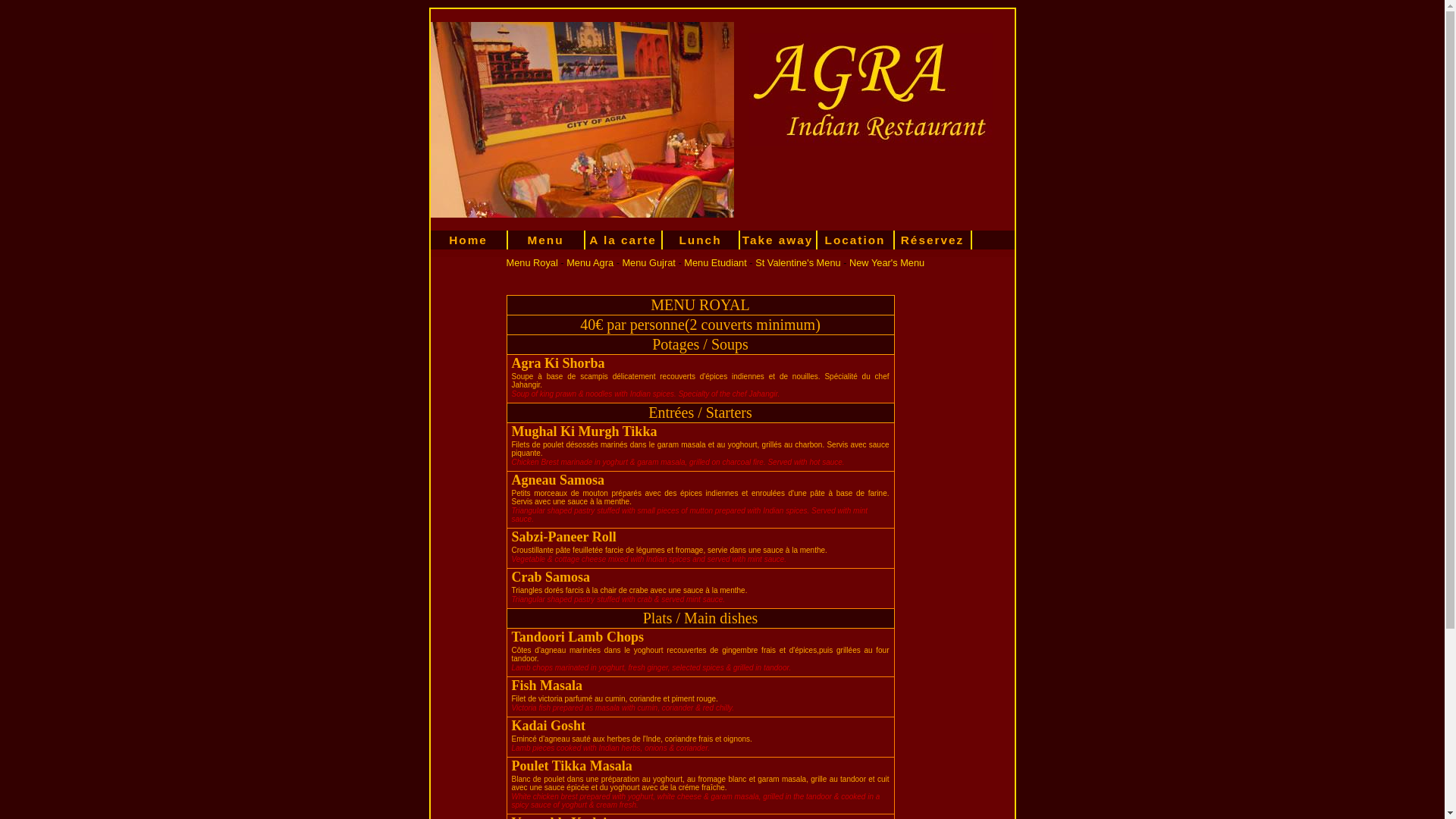 The height and width of the screenshot is (819, 1456). Describe the element at coordinates (886, 262) in the screenshot. I see `'New Year's Menu'` at that location.